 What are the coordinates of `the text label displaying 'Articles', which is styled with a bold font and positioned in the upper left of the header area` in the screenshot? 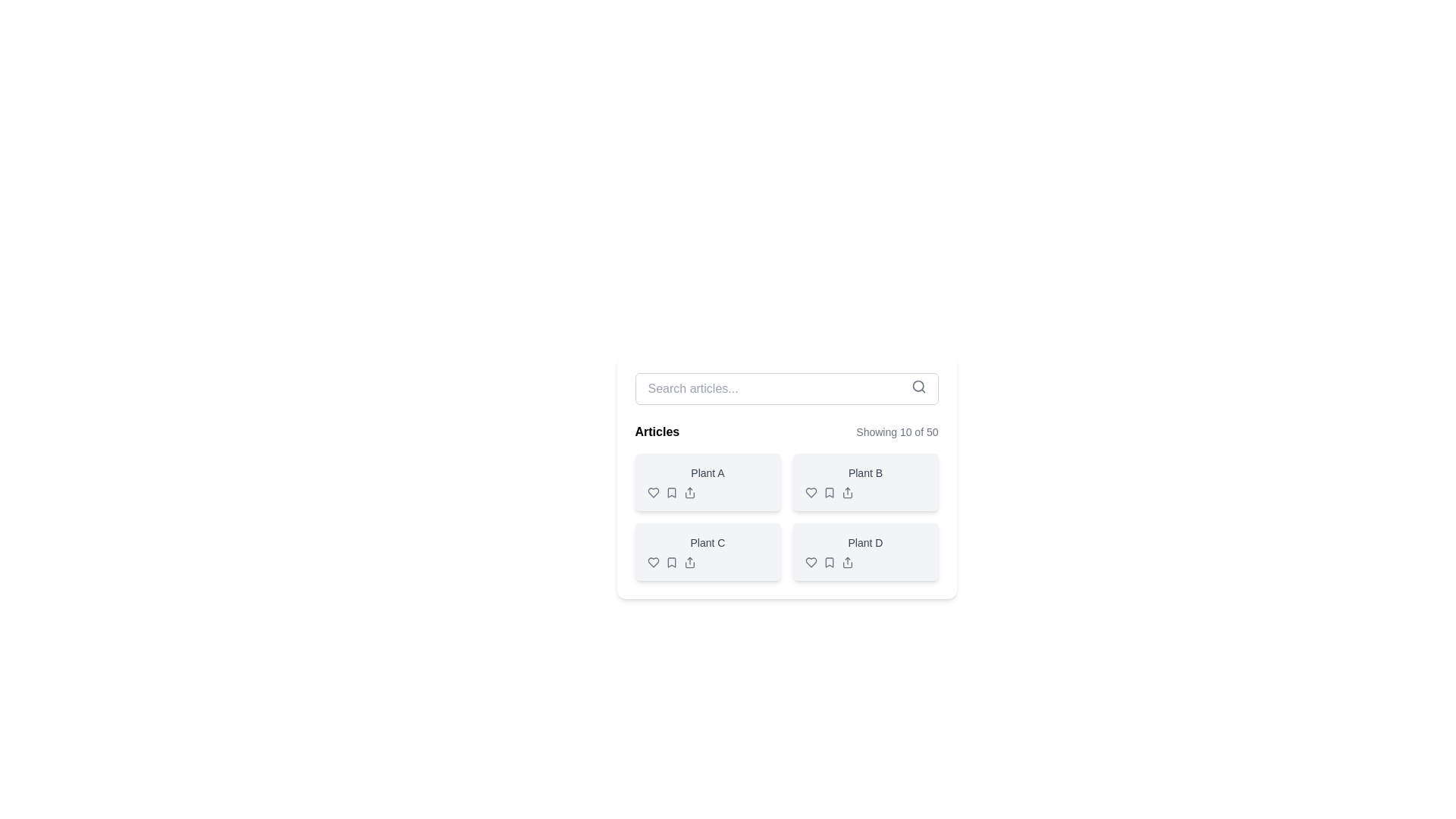 It's located at (657, 432).